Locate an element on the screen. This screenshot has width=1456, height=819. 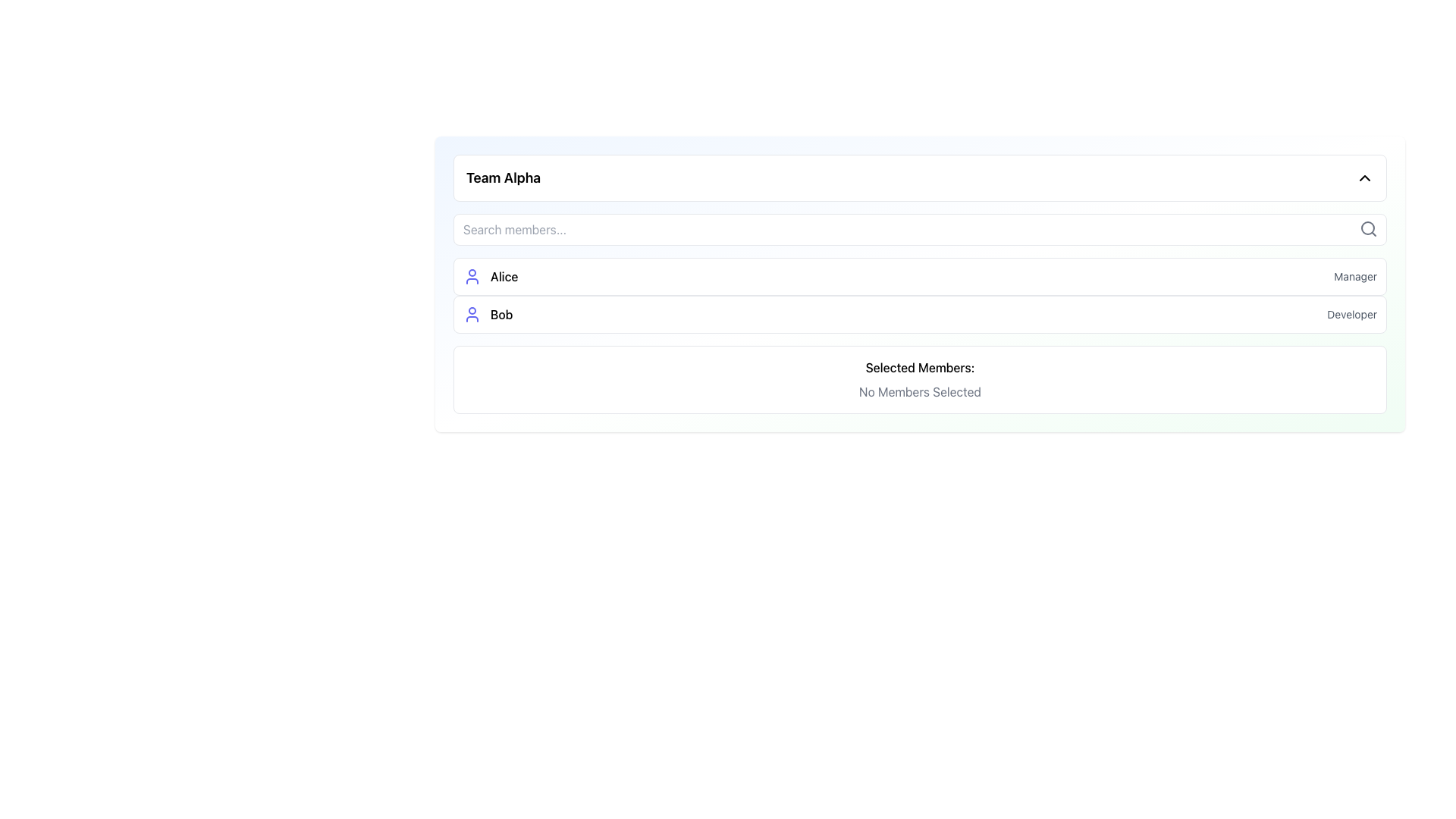
the text label displaying 'Bob' located to the right of the user profile icon to get more details about the user is located at coordinates (488, 314).